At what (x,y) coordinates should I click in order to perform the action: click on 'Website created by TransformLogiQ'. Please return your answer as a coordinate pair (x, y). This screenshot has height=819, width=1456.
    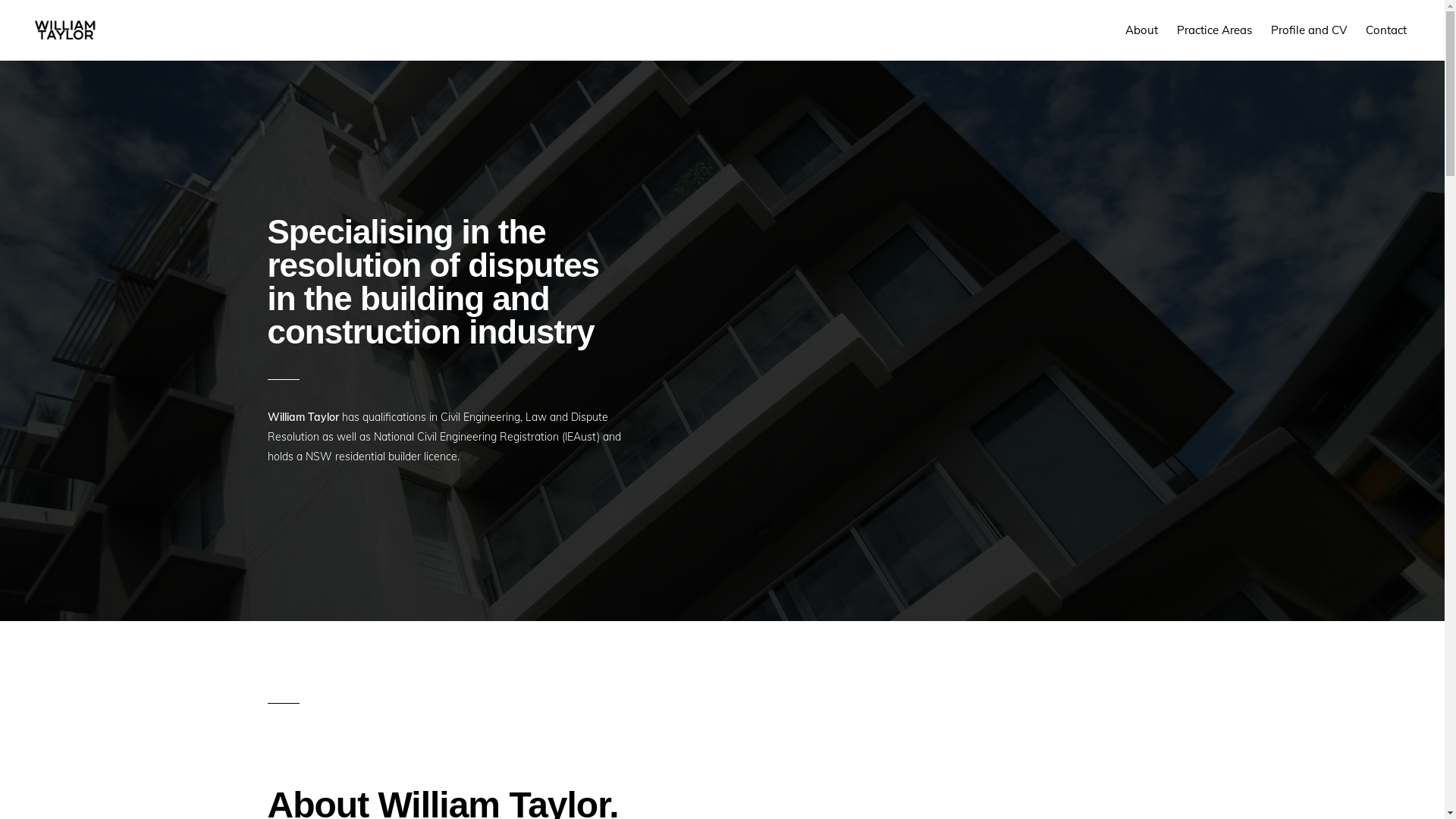
    Looking at the image, I should click on (926, 783).